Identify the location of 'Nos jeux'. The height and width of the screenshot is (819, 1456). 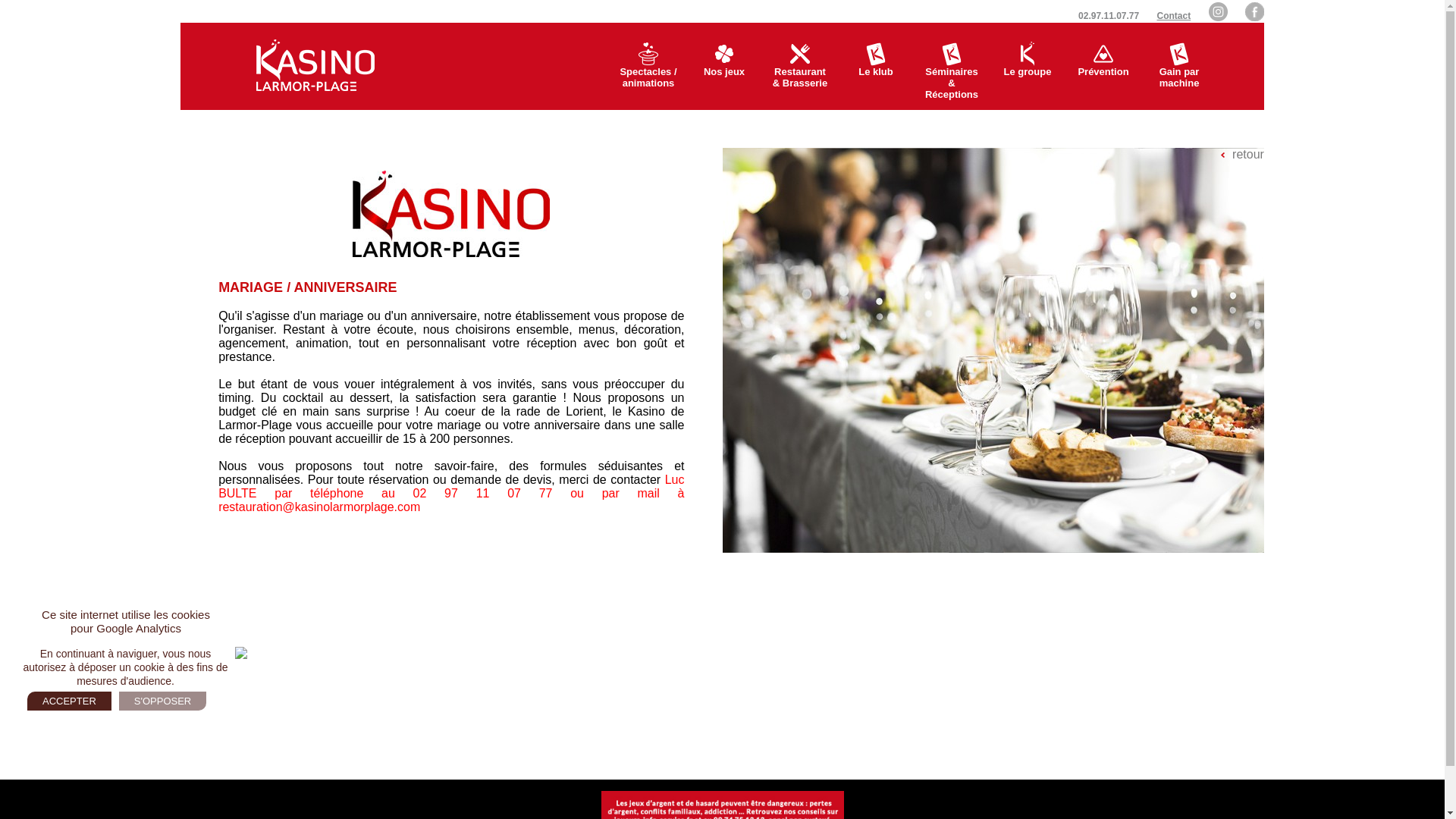
(723, 65).